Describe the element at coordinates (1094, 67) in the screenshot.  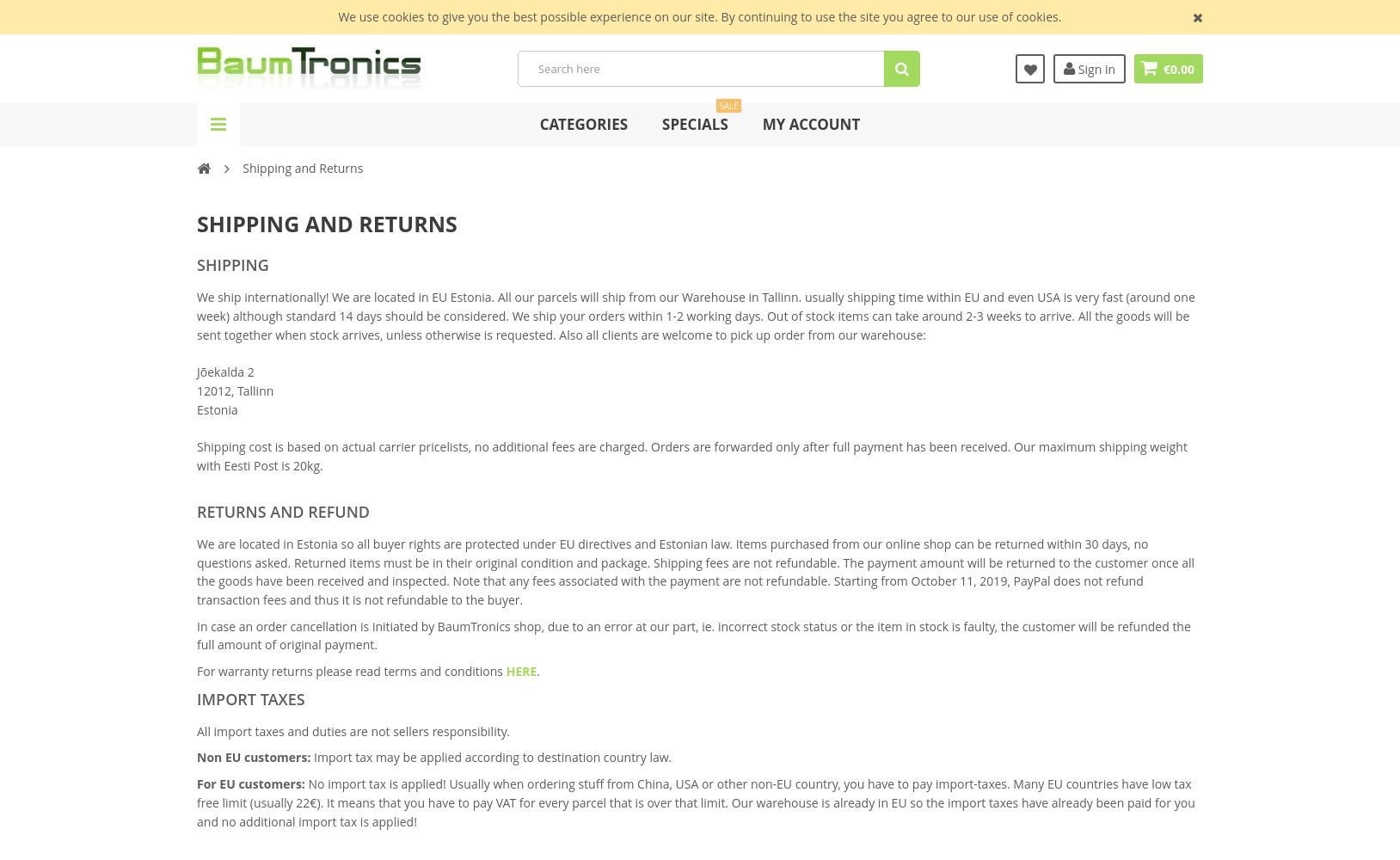
I see `'Sign in'` at that location.